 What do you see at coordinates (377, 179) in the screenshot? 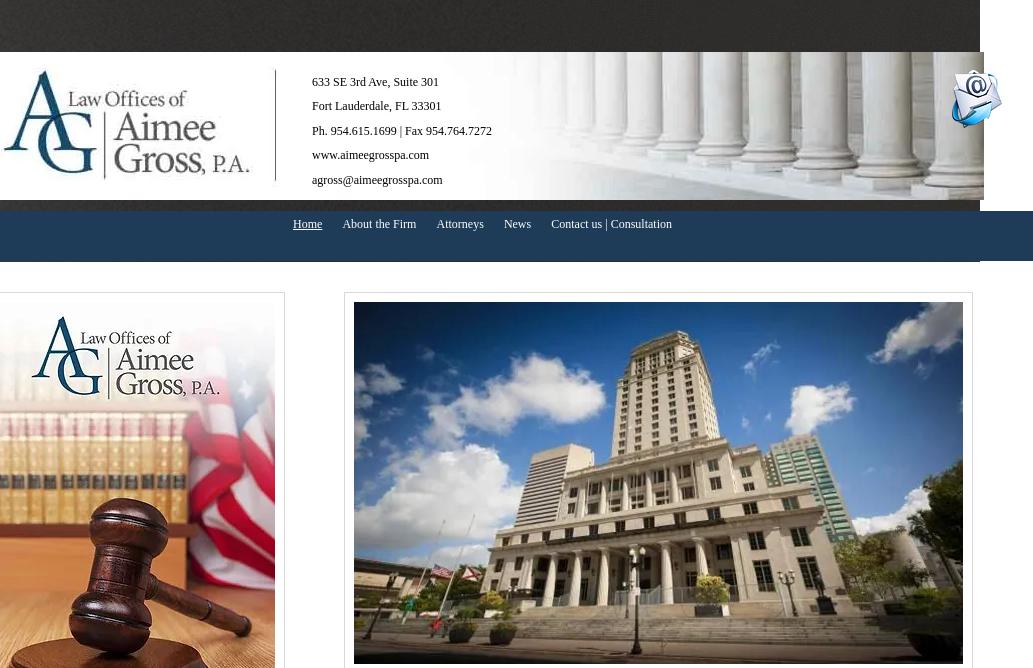
I see `'agross@aimeegrosspa.com'` at bounding box center [377, 179].